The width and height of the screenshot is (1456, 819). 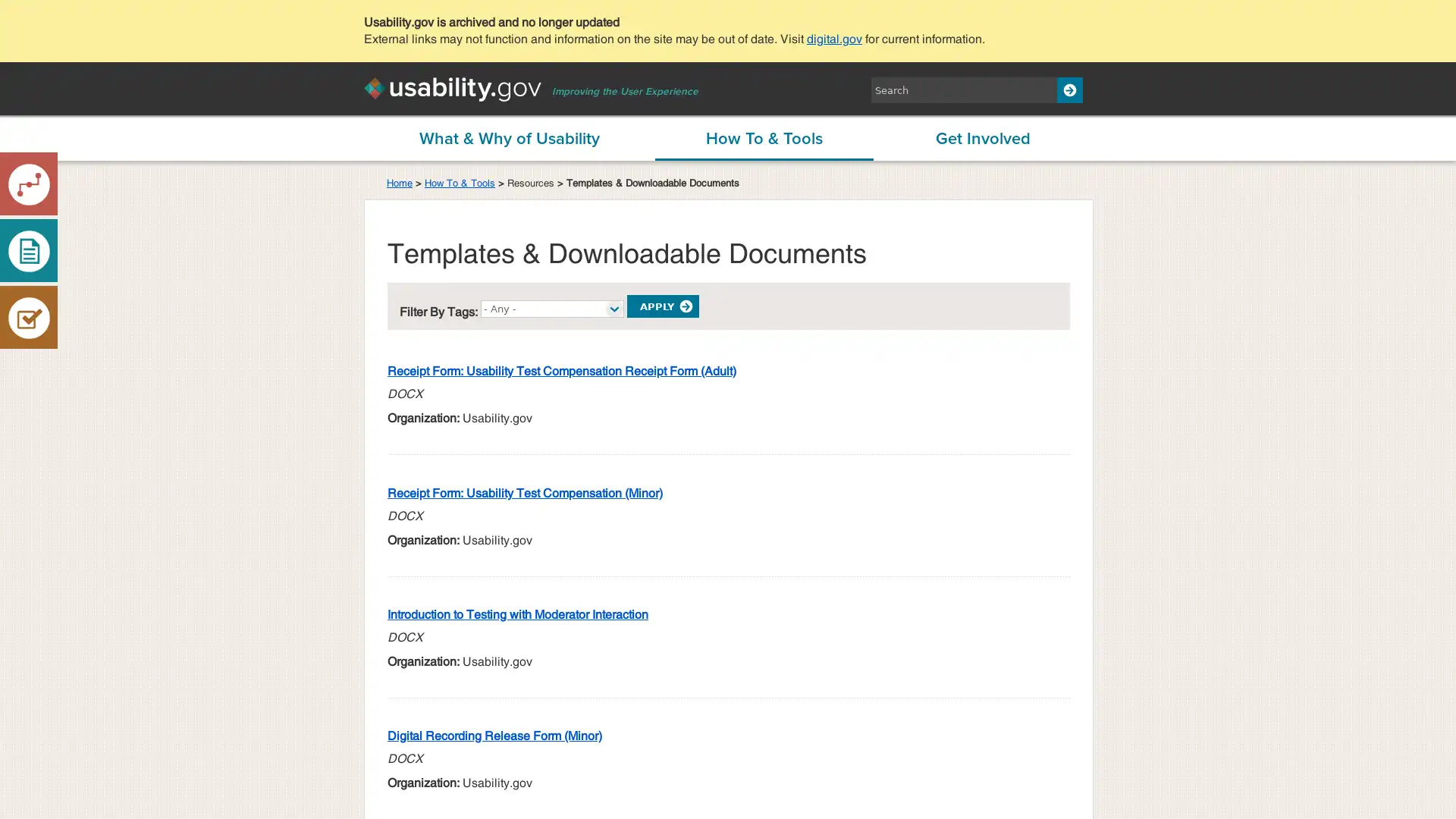 I want to click on Apply, so click(x=662, y=306).